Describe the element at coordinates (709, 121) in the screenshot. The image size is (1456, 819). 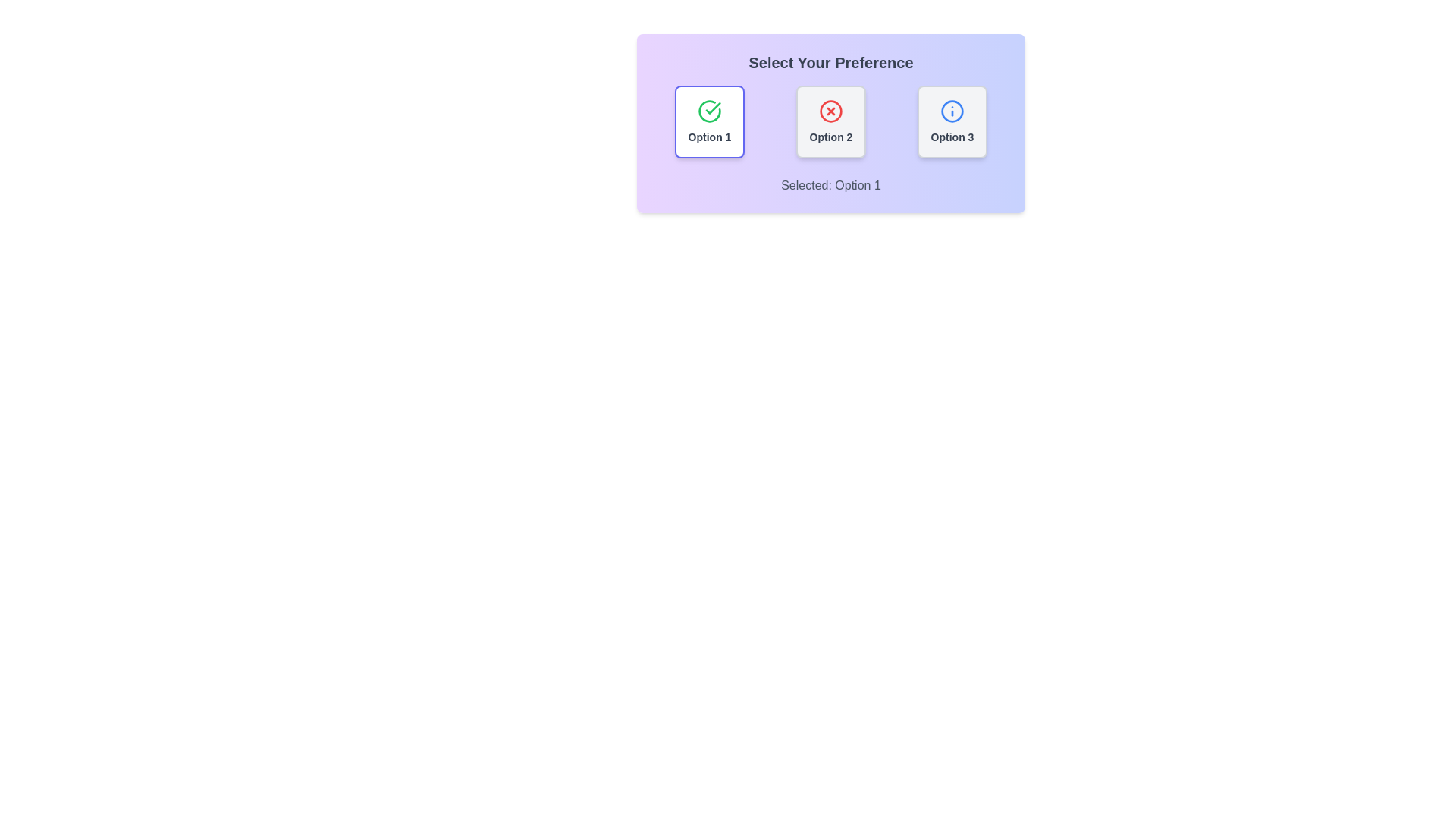
I see `the button corresponding to Option 1 to observe the hover effect` at that location.